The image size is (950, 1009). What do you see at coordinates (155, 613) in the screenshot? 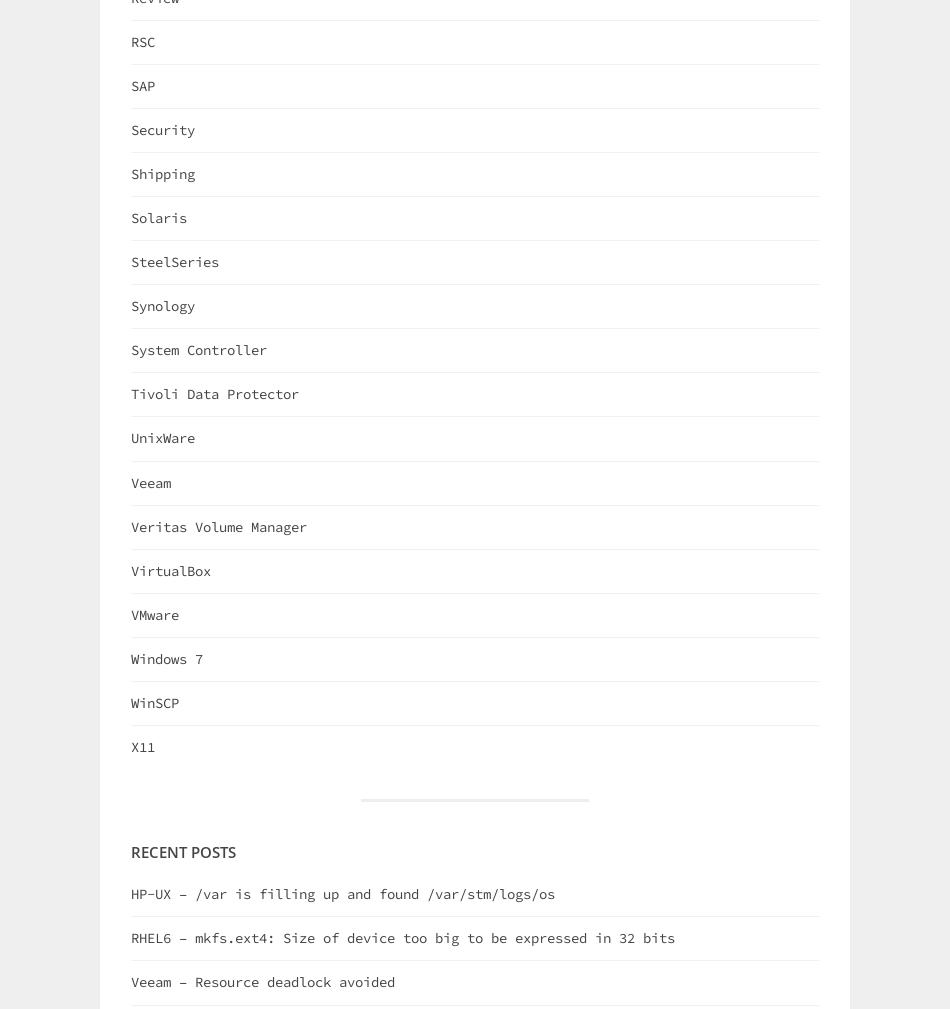
I see `'VMware'` at bounding box center [155, 613].